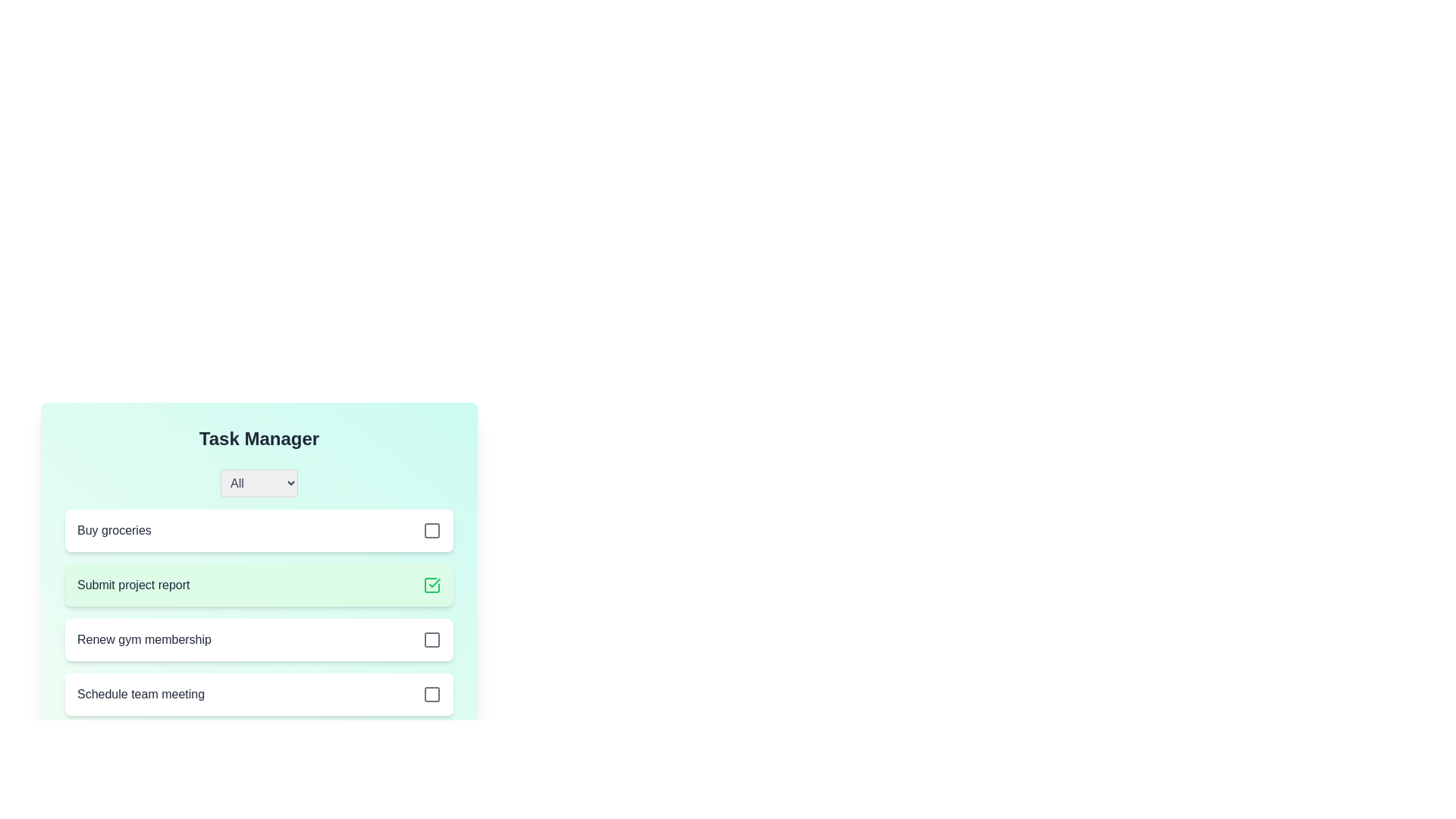  I want to click on the dropdown menu to reveal filter options, so click(259, 483).